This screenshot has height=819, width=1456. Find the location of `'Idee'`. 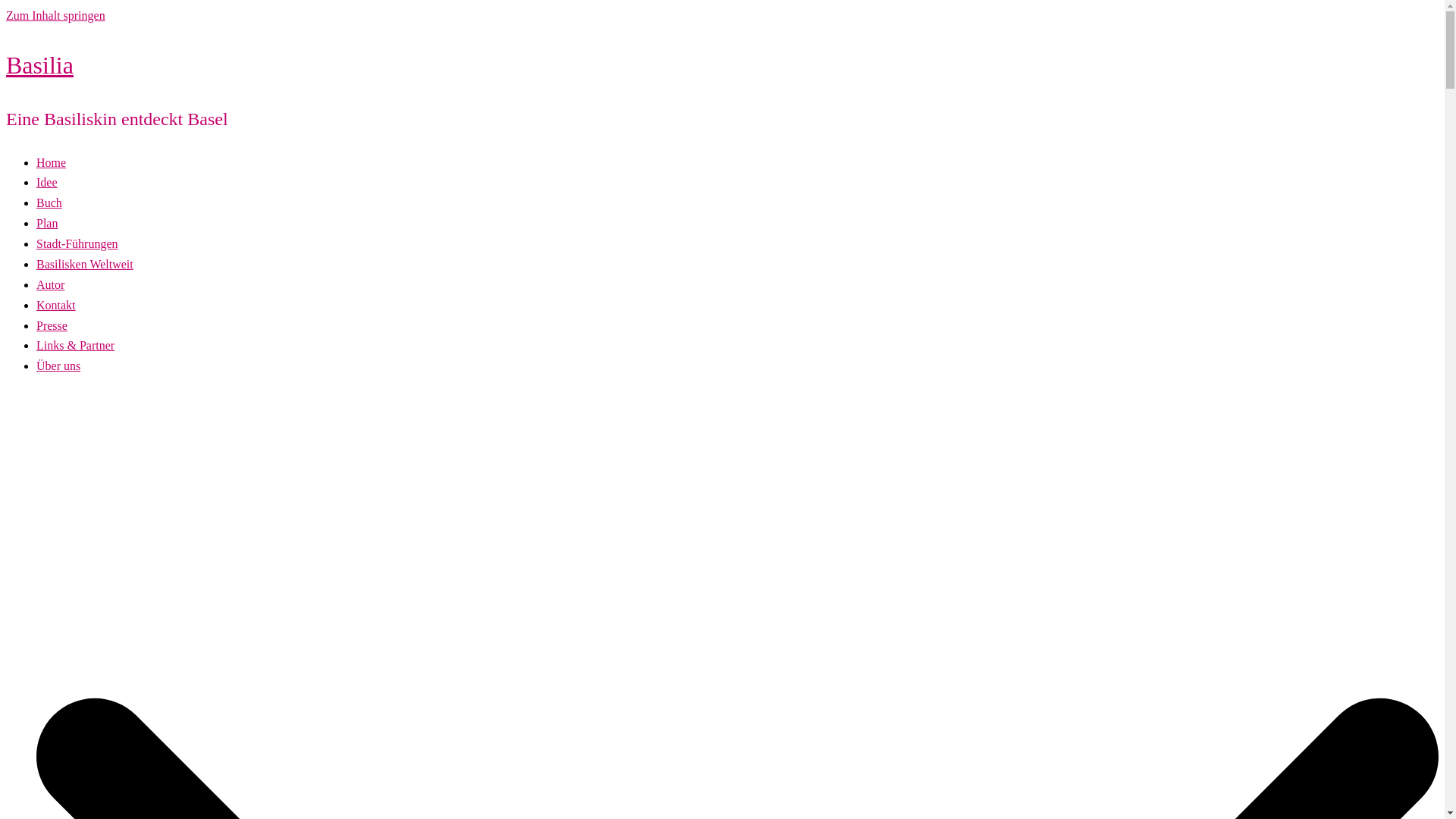

'Idee' is located at coordinates (47, 181).